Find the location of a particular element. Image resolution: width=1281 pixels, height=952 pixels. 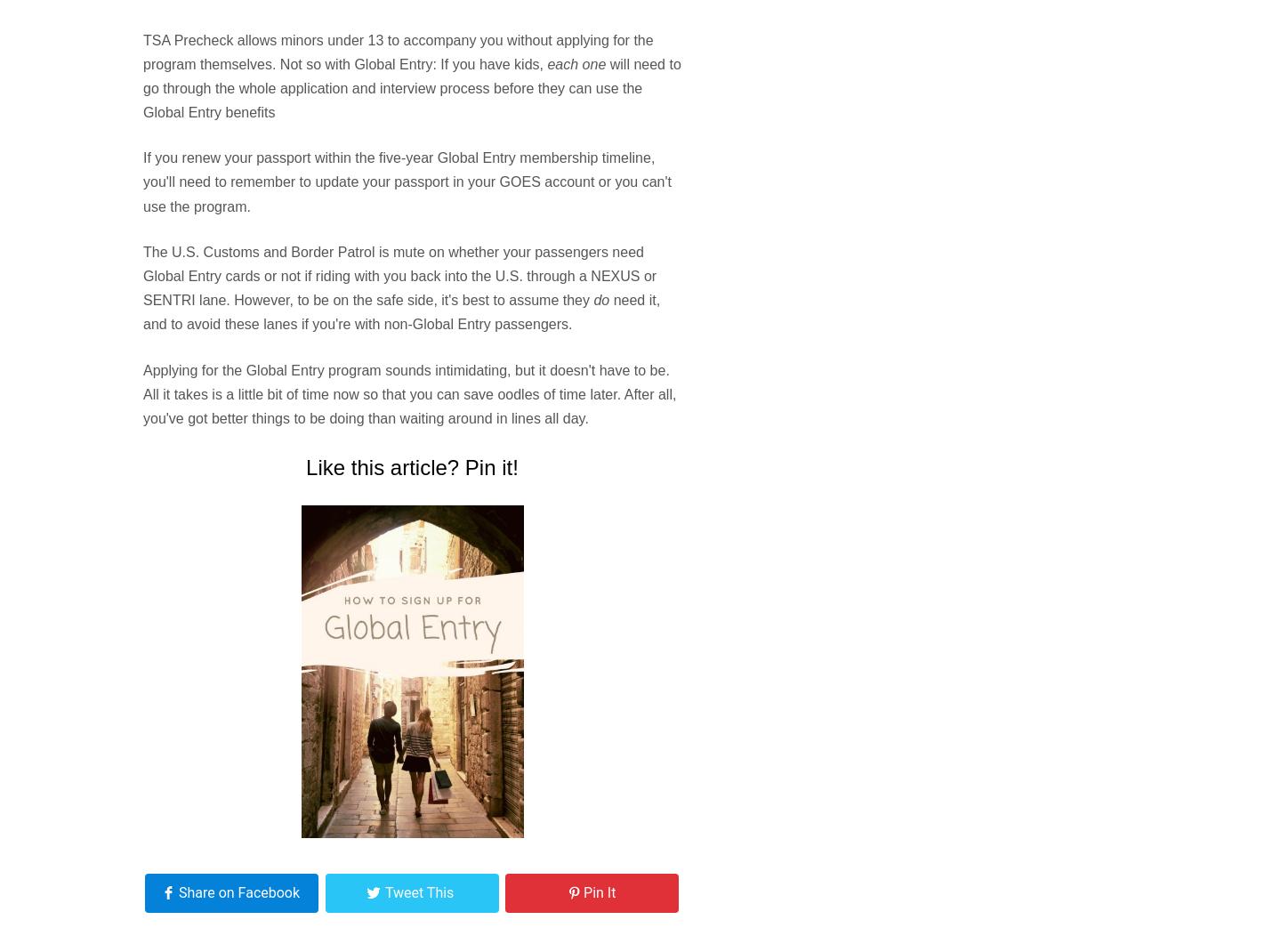

'If you renew your passport within the five-year Global Entry membership timeline, you'll need to remember to update your passport in your GOES account or you can't use the program.' is located at coordinates (407, 181).